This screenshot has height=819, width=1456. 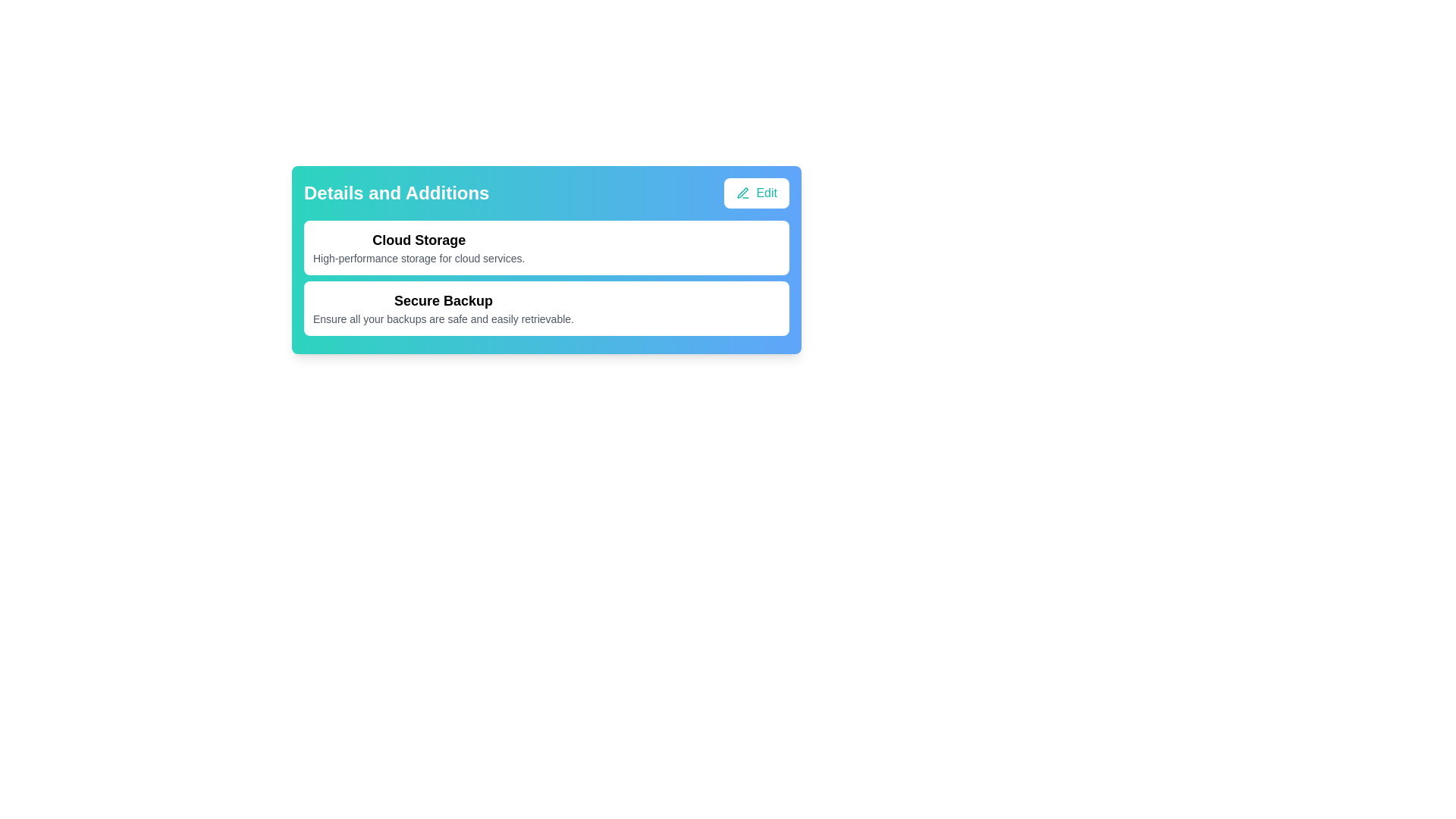 I want to click on informational card titled 'Cloud Storage' which contains details about high-performance storage for cloud services, located within the 'Details and Additions' section, so click(x=546, y=247).